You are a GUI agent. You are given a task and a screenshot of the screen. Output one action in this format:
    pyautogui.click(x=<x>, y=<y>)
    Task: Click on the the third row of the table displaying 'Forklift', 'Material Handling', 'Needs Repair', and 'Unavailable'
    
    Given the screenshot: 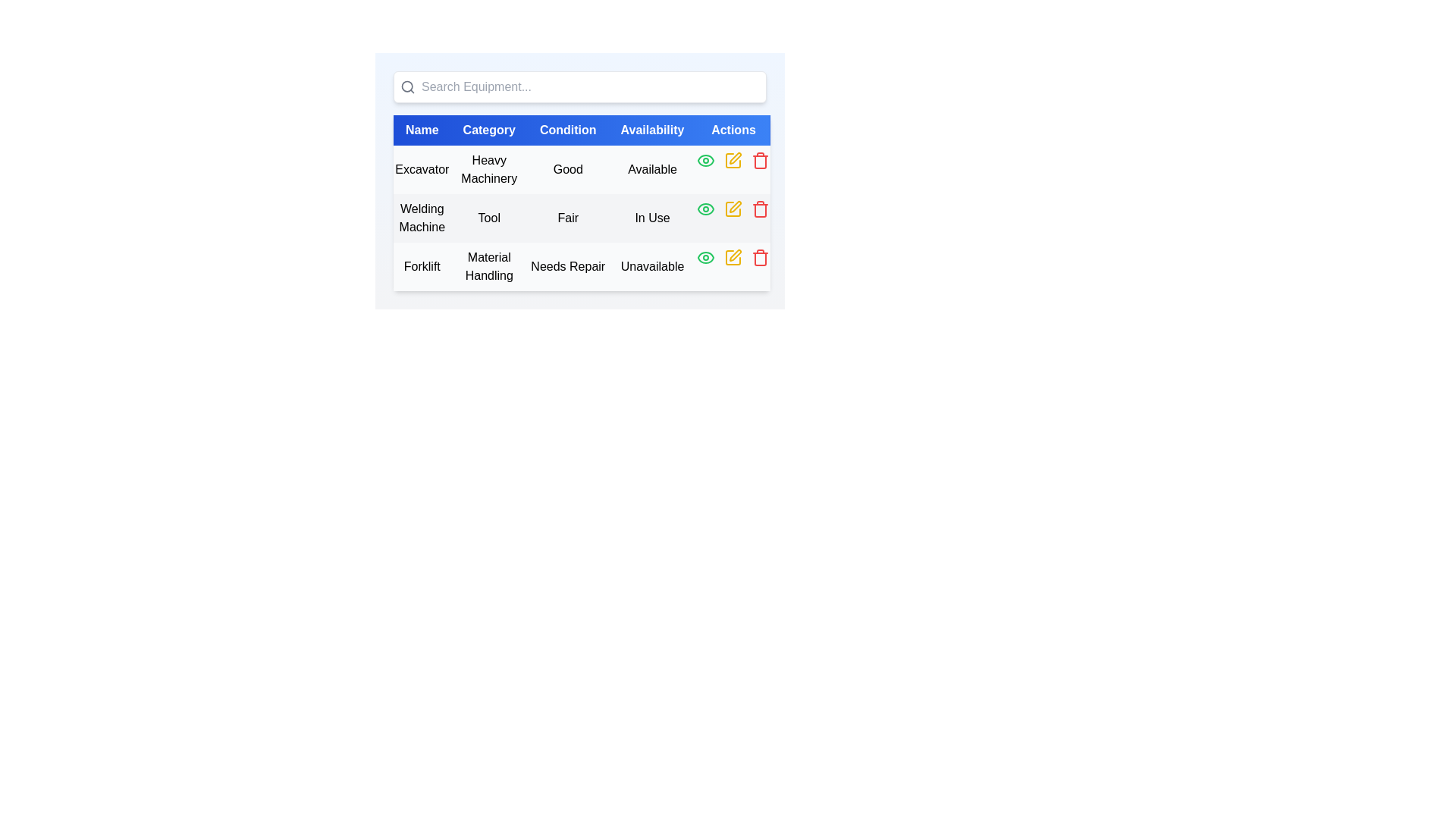 What is the action you would take?
    pyautogui.click(x=581, y=265)
    